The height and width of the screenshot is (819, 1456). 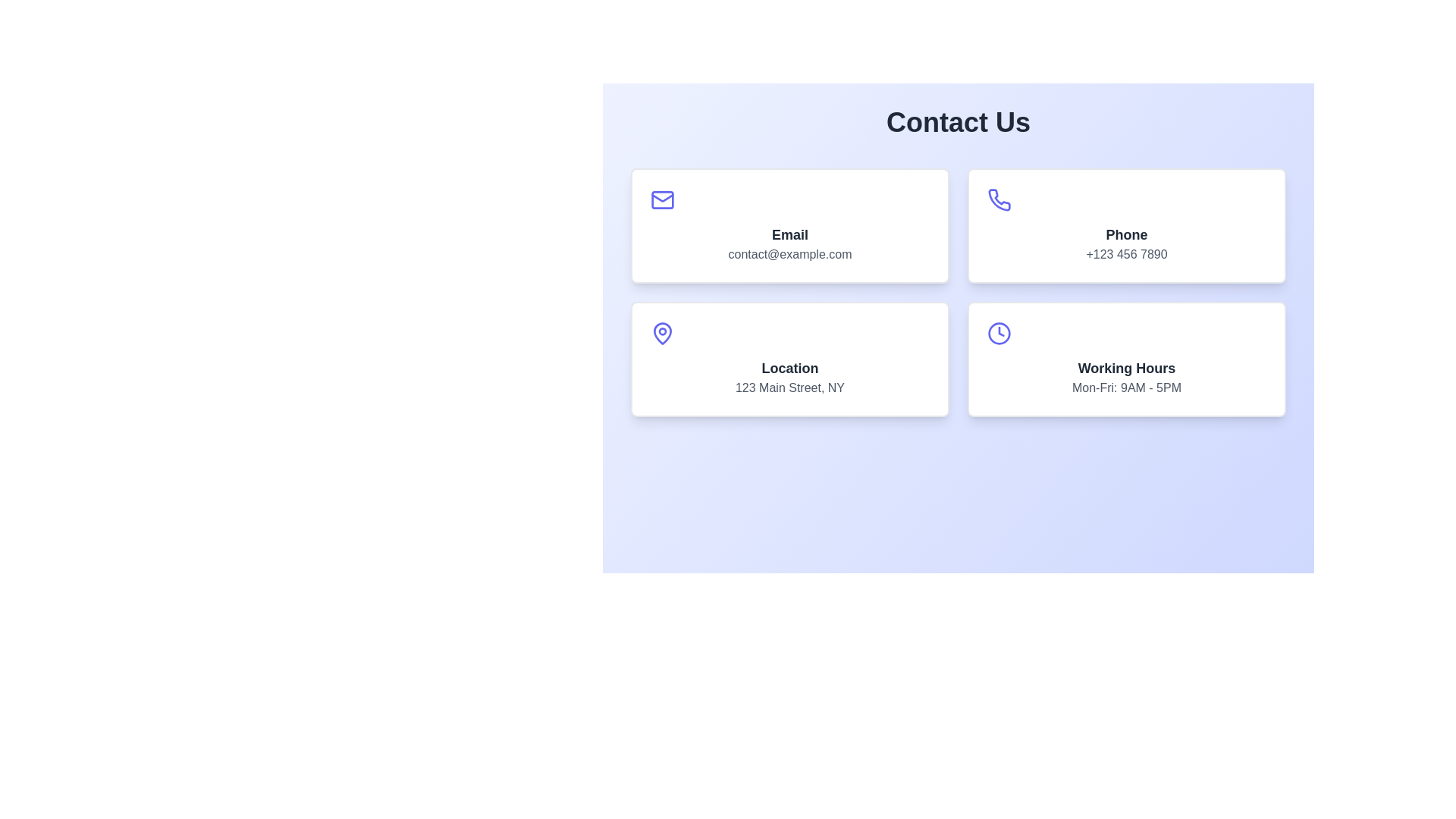 What do you see at coordinates (1127, 234) in the screenshot?
I see `the 'Phone' static text label located in the upper right quadrant of the 'Phone' contact card component, directly beneath the phone icon` at bounding box center [1127, 234].